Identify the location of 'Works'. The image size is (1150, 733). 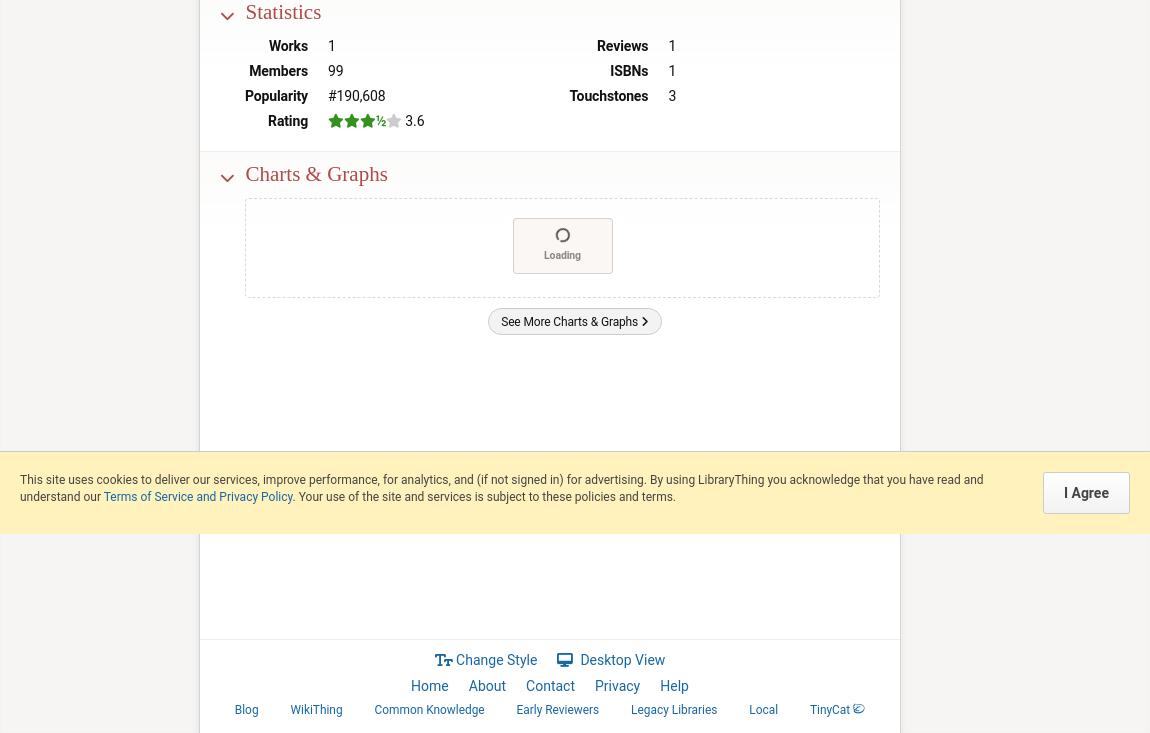
(266, 44).